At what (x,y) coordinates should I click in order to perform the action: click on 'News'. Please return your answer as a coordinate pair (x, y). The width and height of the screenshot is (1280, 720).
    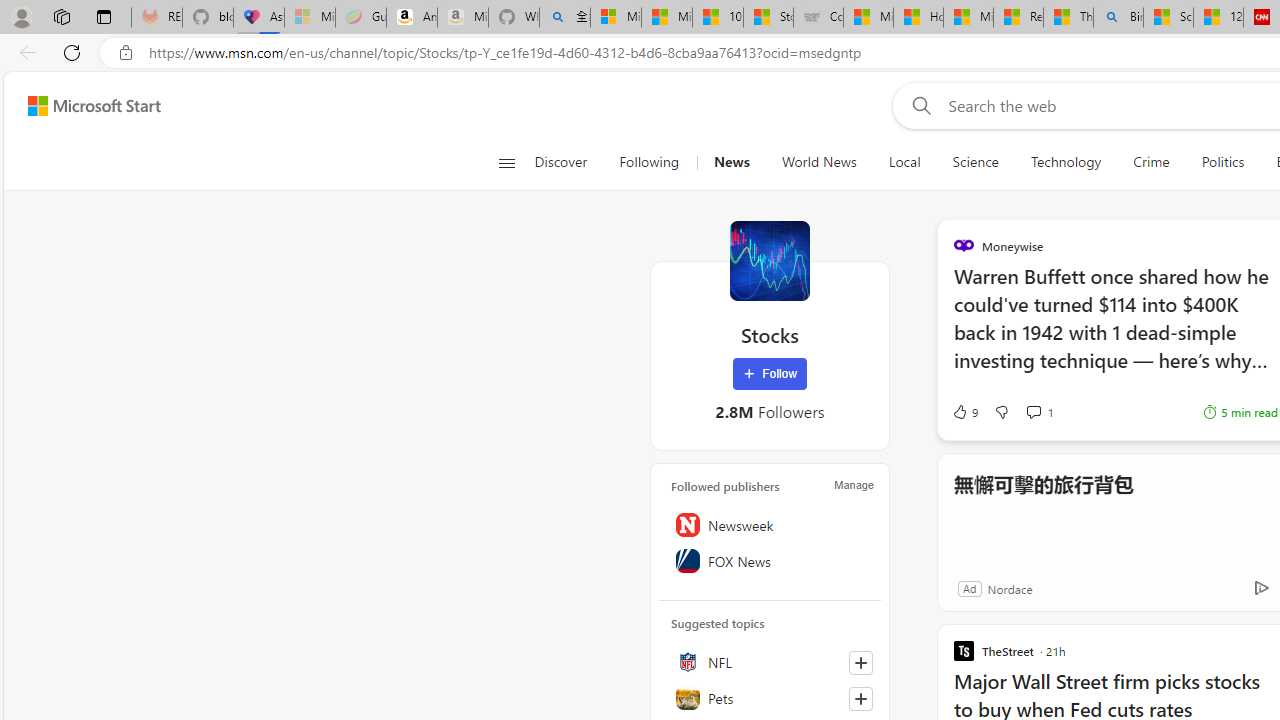
    Looking at the image, I should click on (730, 162).